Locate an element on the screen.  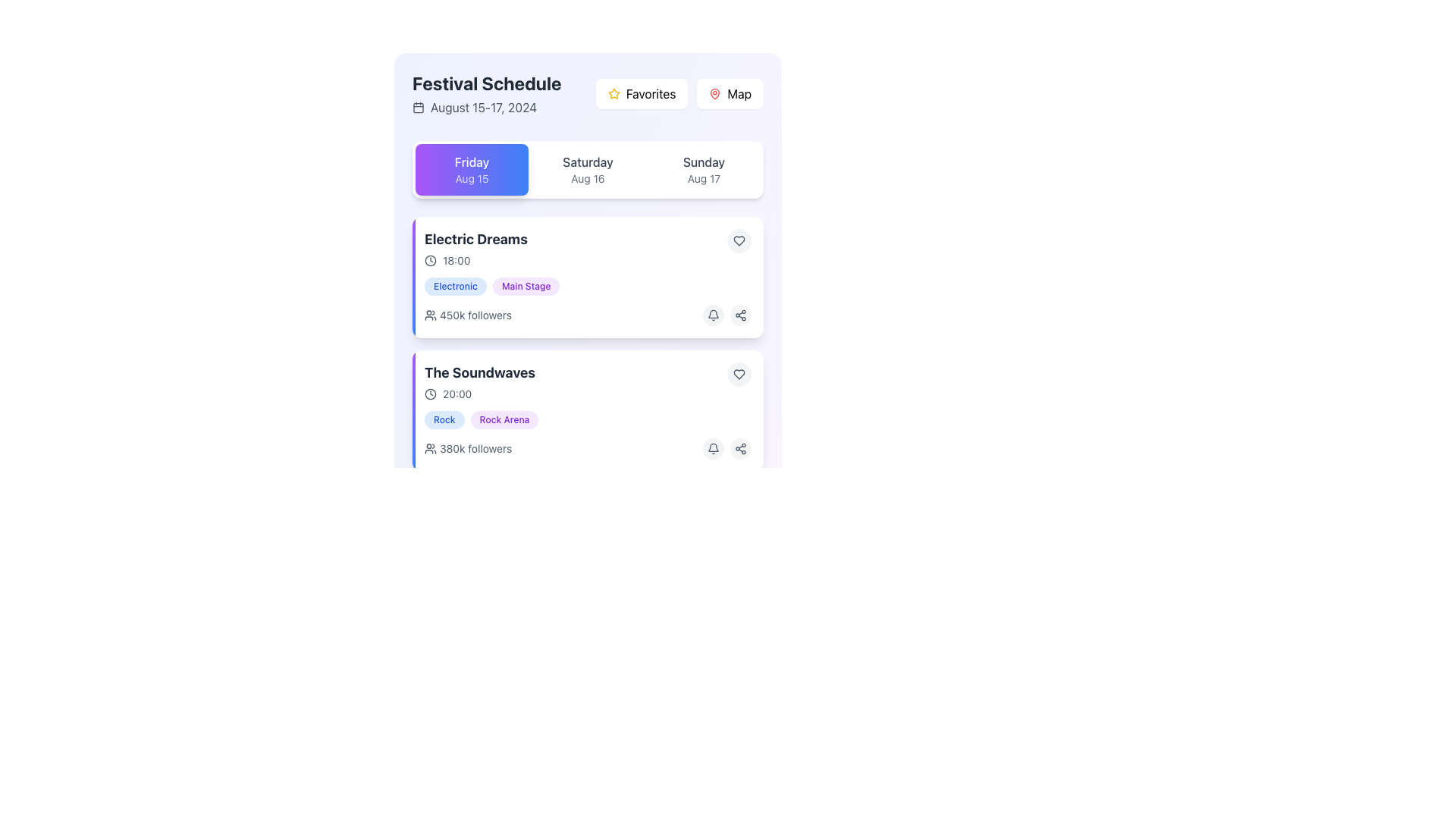
the share button located in the bottom-right corner of the event details card is located at coordinates (741, 581).